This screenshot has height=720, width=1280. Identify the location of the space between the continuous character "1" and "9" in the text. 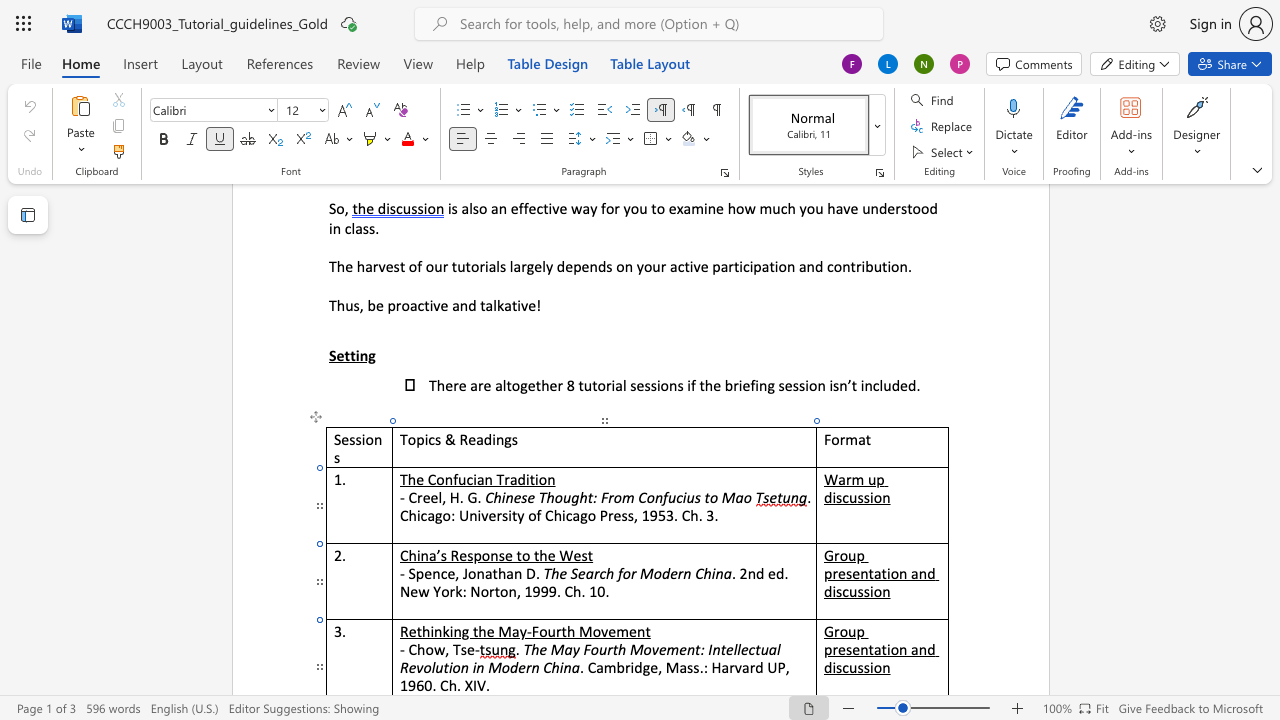
(407, 684).